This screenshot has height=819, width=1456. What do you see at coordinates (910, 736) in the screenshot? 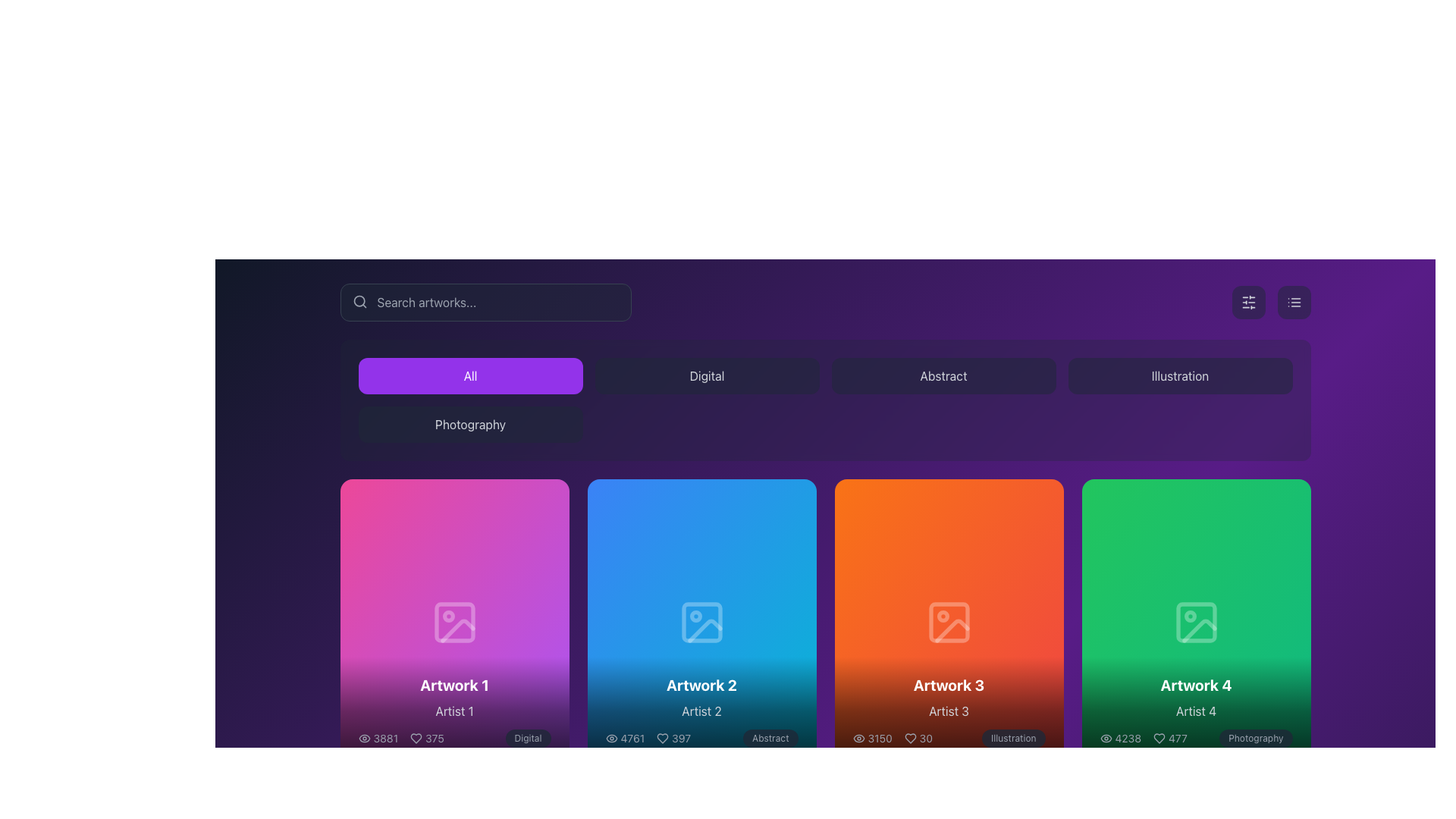
I see `the 'like' icon located in the lower section of the orange card labeled 'Artwork 3', positioned to the left of the numeric text '30'` at bounding box center [910, 736].